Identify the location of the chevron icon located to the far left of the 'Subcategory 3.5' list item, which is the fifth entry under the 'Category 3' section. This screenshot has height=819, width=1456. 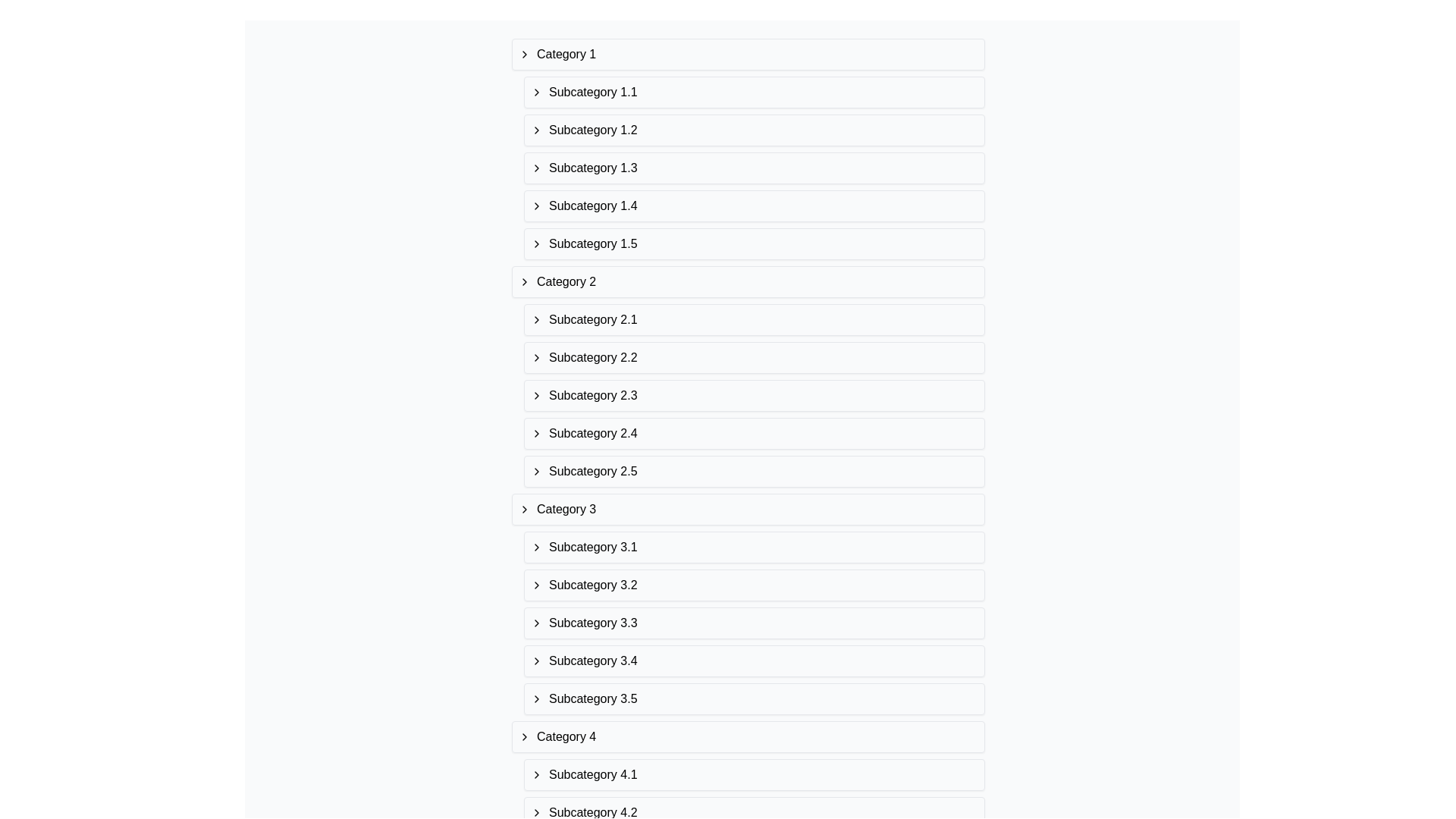
(537, 698).